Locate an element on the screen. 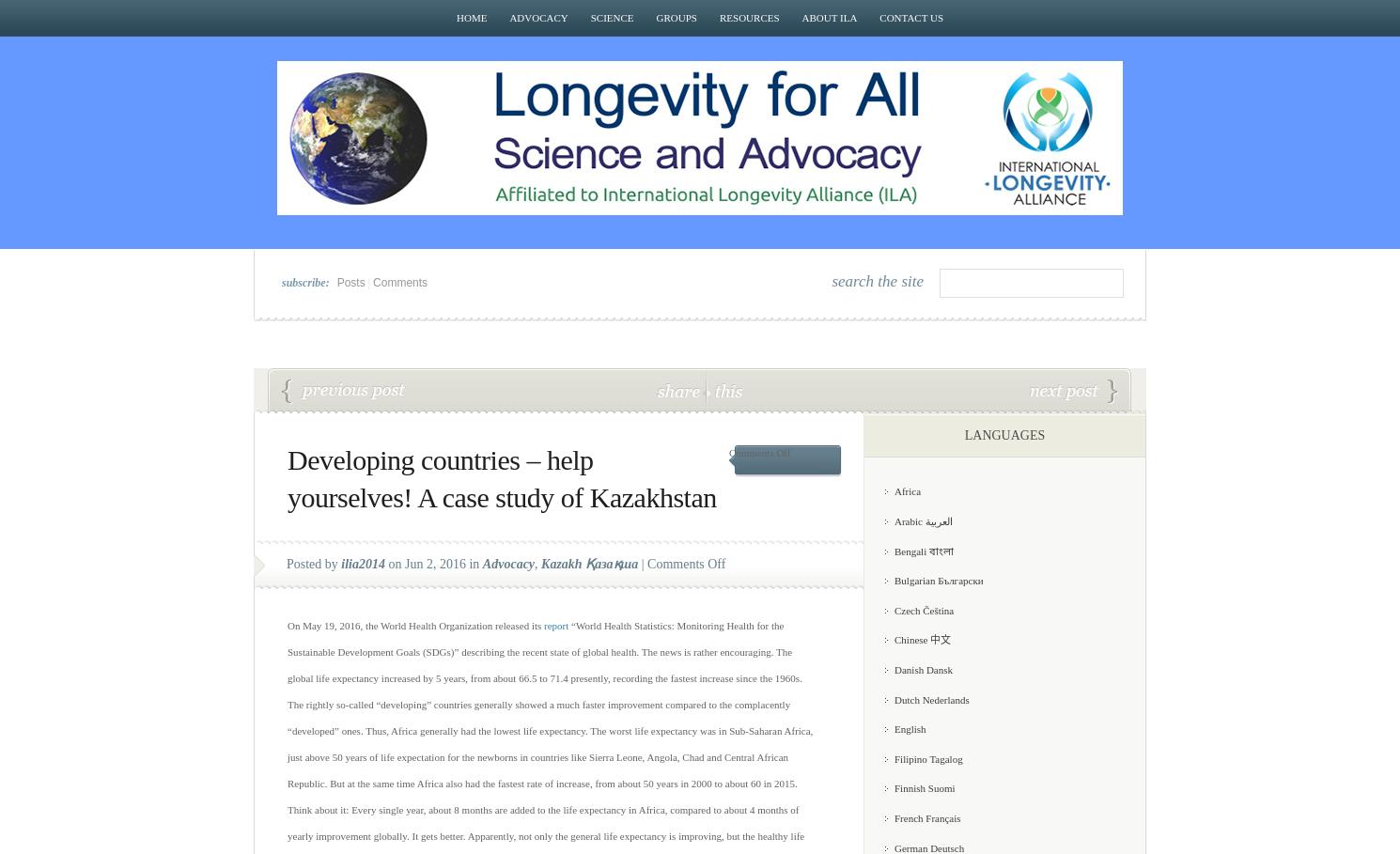  'Bengali বাংলা' is located at coordinates (923, 550).